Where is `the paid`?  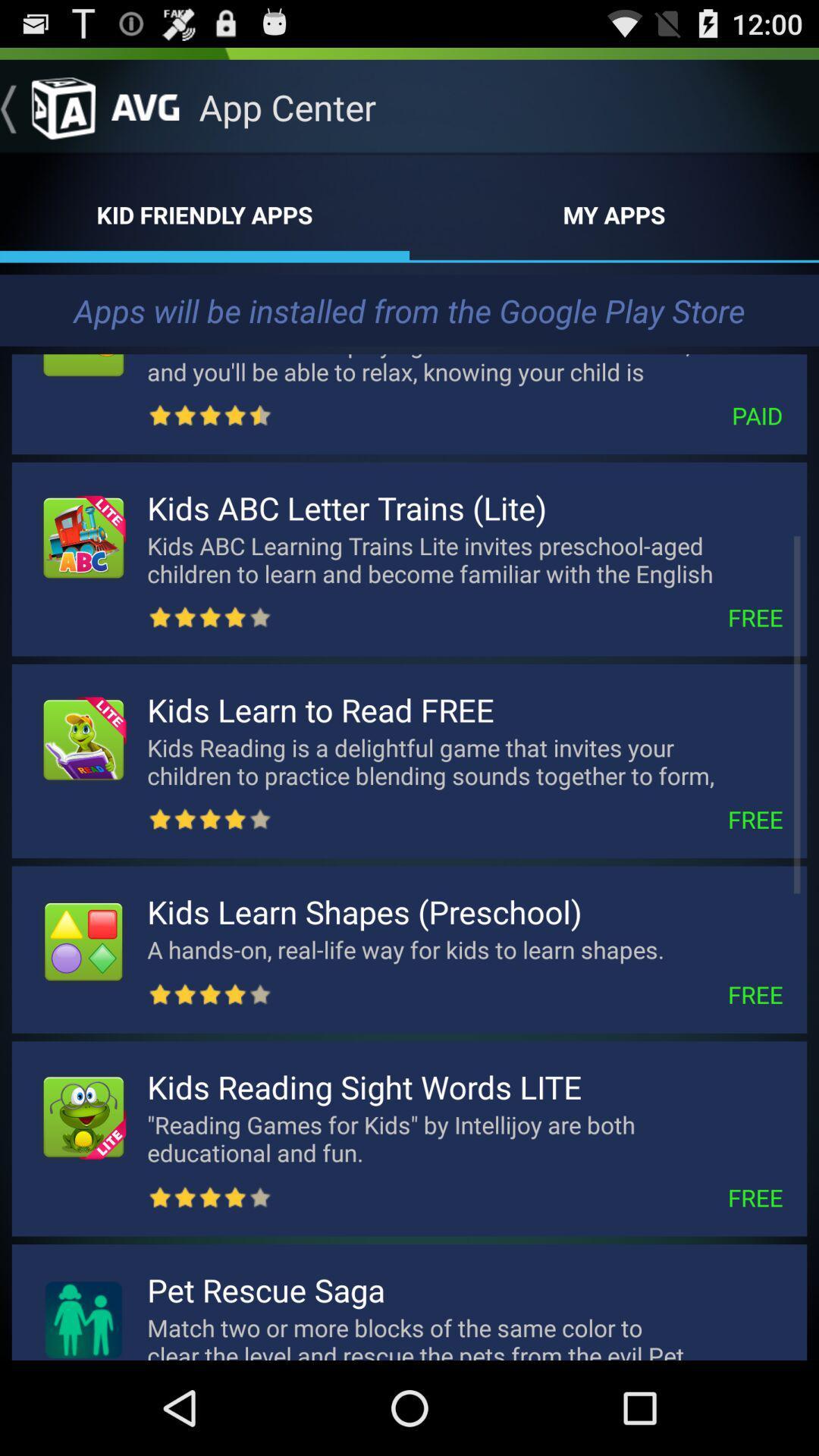 the paid is located at coordinates (526, 416).